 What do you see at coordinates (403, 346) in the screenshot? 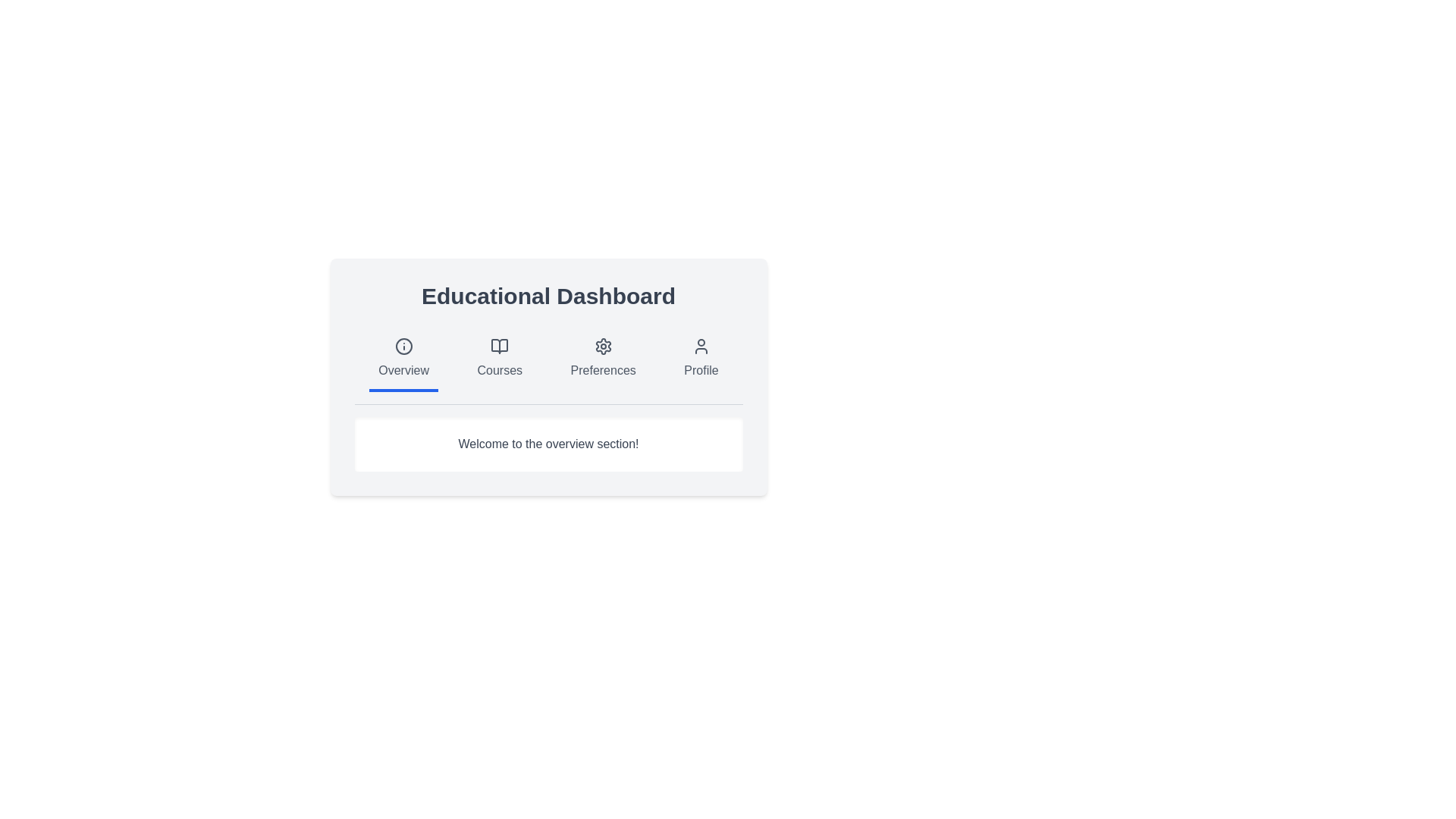
I see `the information icon, which is a circular SVG element with a thick outline and inner graphical details, located above the 'Overview' text in the dashboard header` at bounding box center [403, 346].